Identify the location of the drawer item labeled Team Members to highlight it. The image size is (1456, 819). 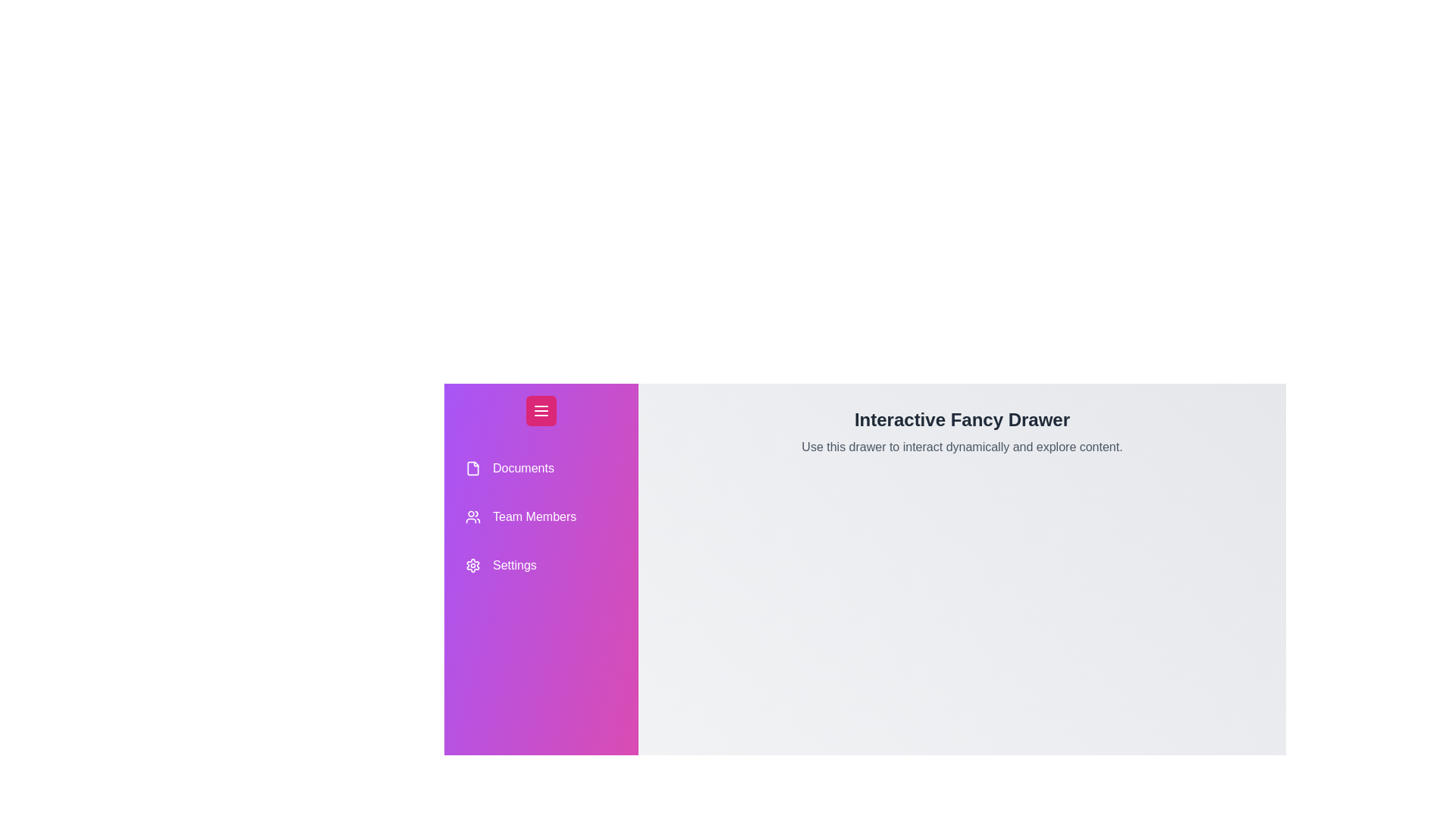
(541, 516).